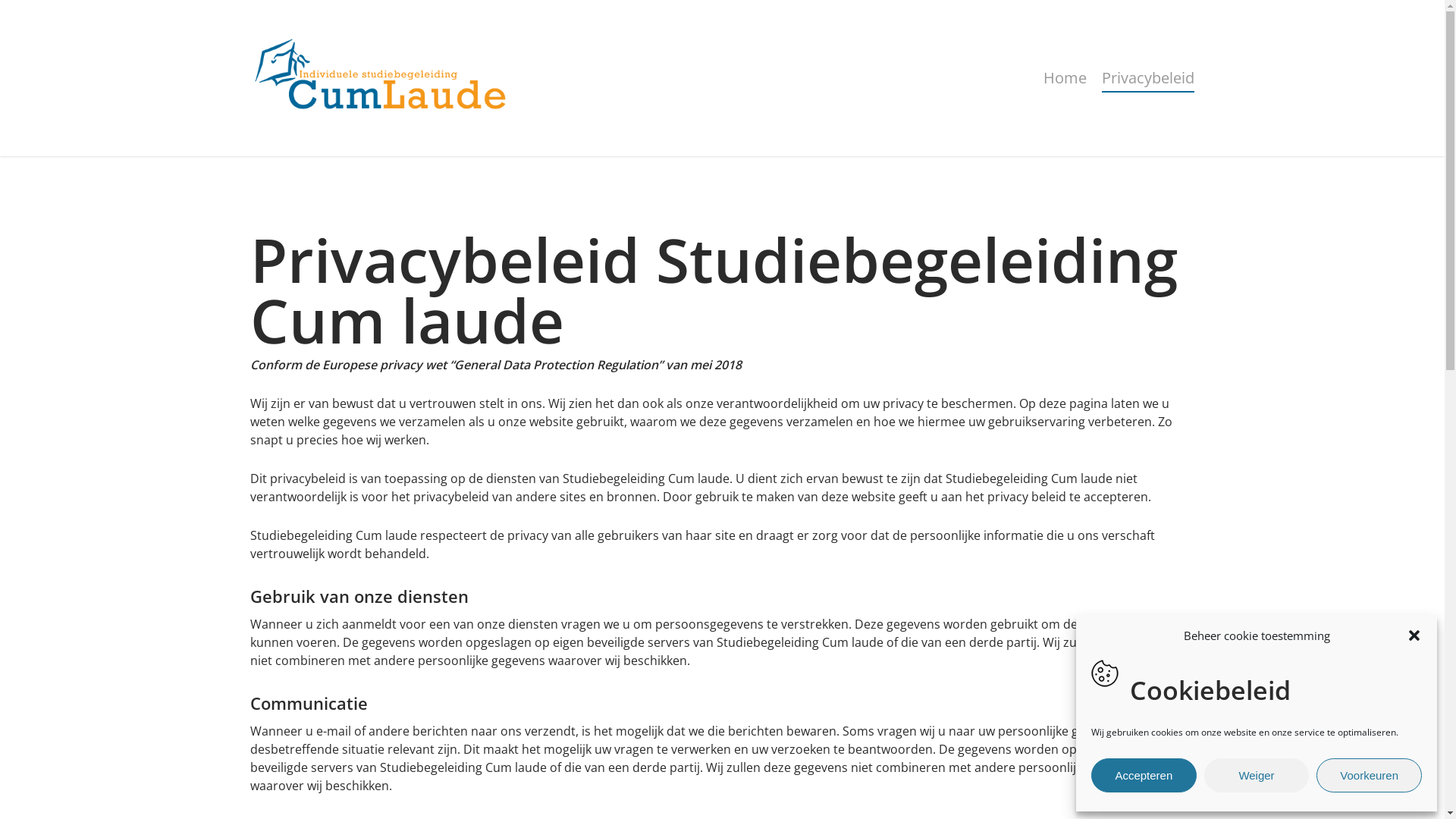 The height and width of the screenshot is (819, 1456). What do you see at coordinates (1369, 775) in the screenshot?
I see `'Voorkeuren'` at bounding box center [1369, 775].